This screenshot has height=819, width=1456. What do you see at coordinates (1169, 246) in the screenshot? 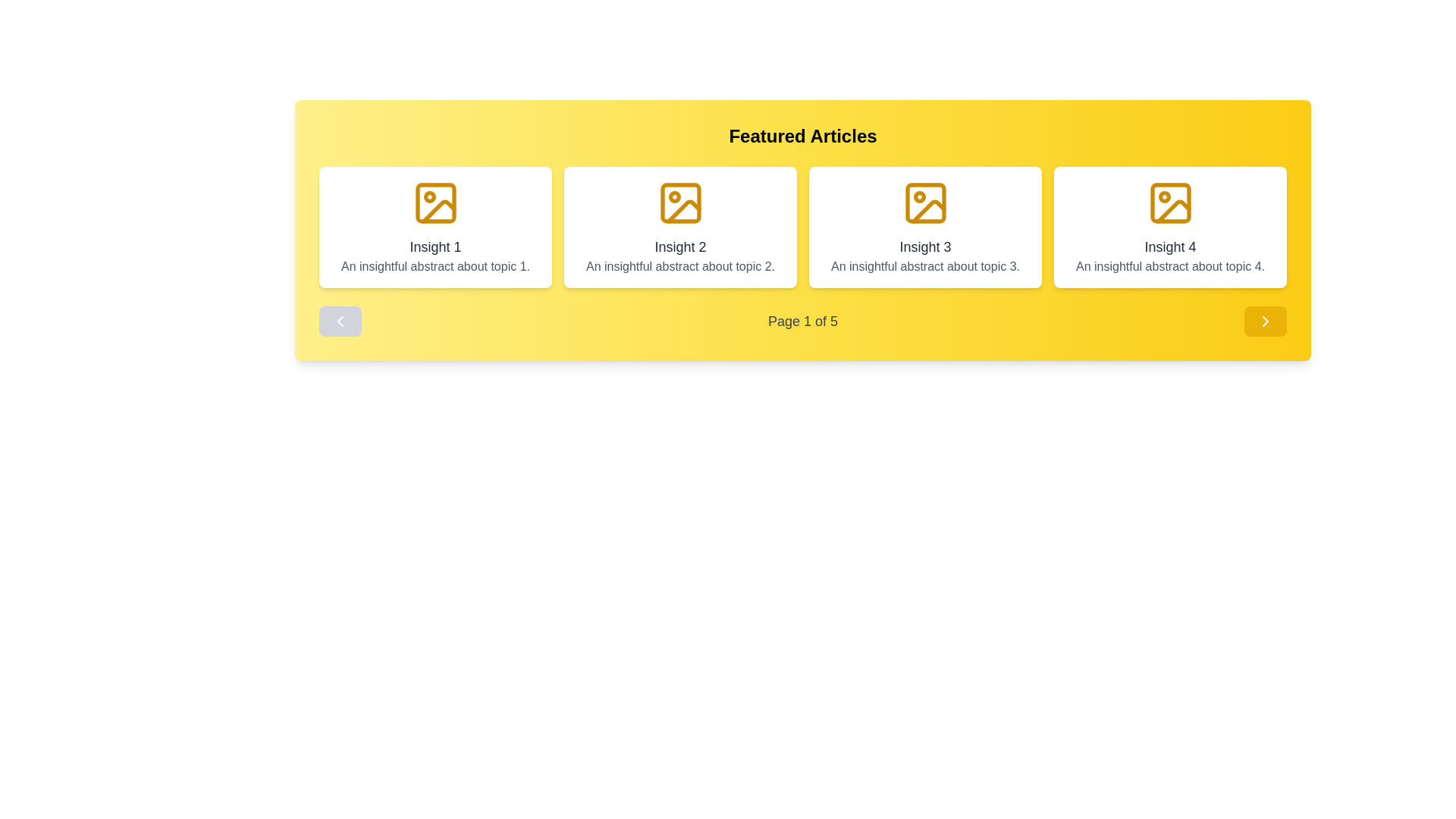
I see `text displayed in the title label of the fourth card, which is located centrally below an image icon and above descriptive text` at bounding box center [1169, 246].